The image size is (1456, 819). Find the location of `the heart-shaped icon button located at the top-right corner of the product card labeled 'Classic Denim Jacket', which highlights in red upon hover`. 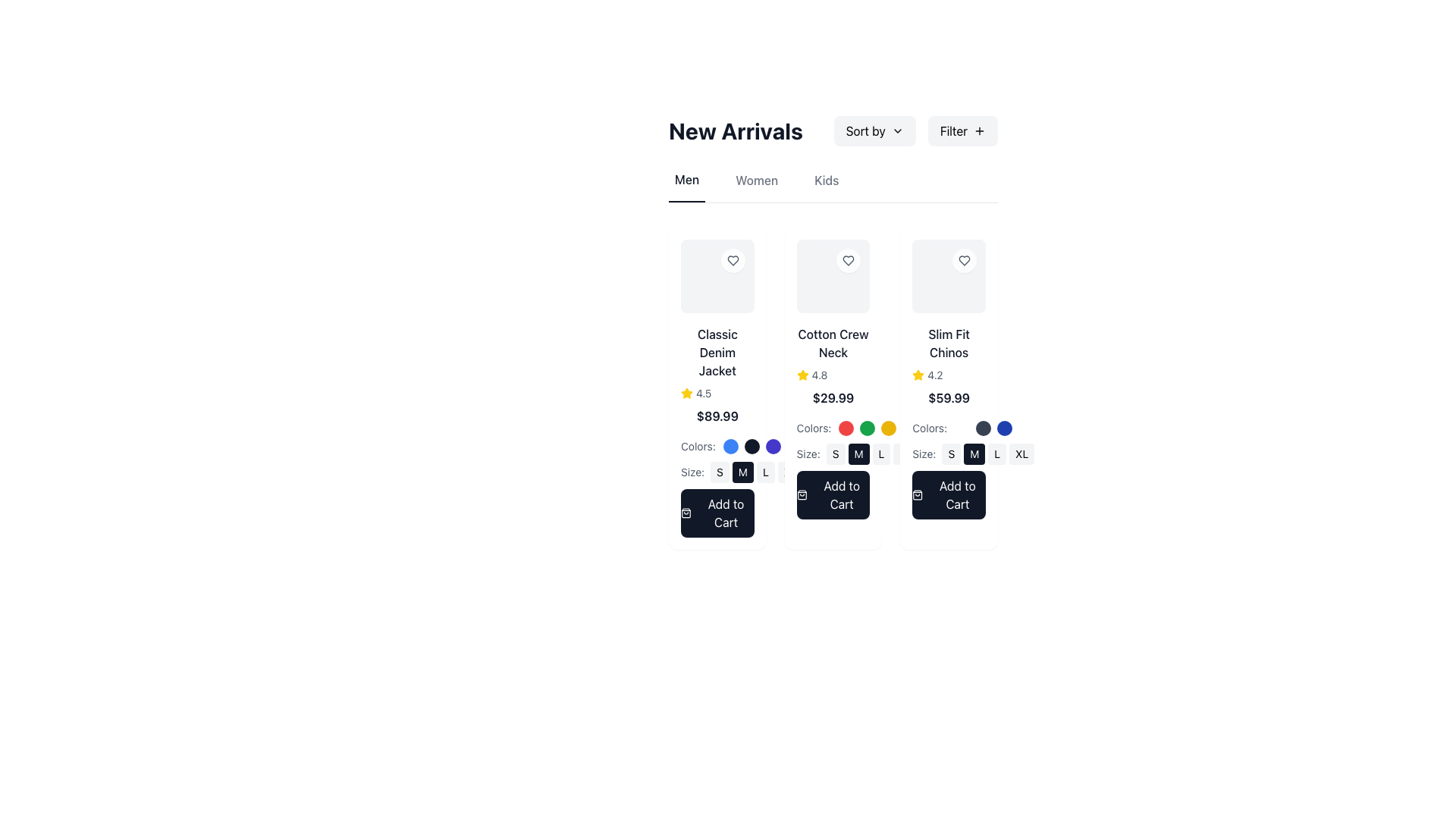

the heart-shaped icon button located at the top-right corner of the product card labeled 'Classic Denim Jacket', which highlights in red upon hover is located at coordinates (733, 259).